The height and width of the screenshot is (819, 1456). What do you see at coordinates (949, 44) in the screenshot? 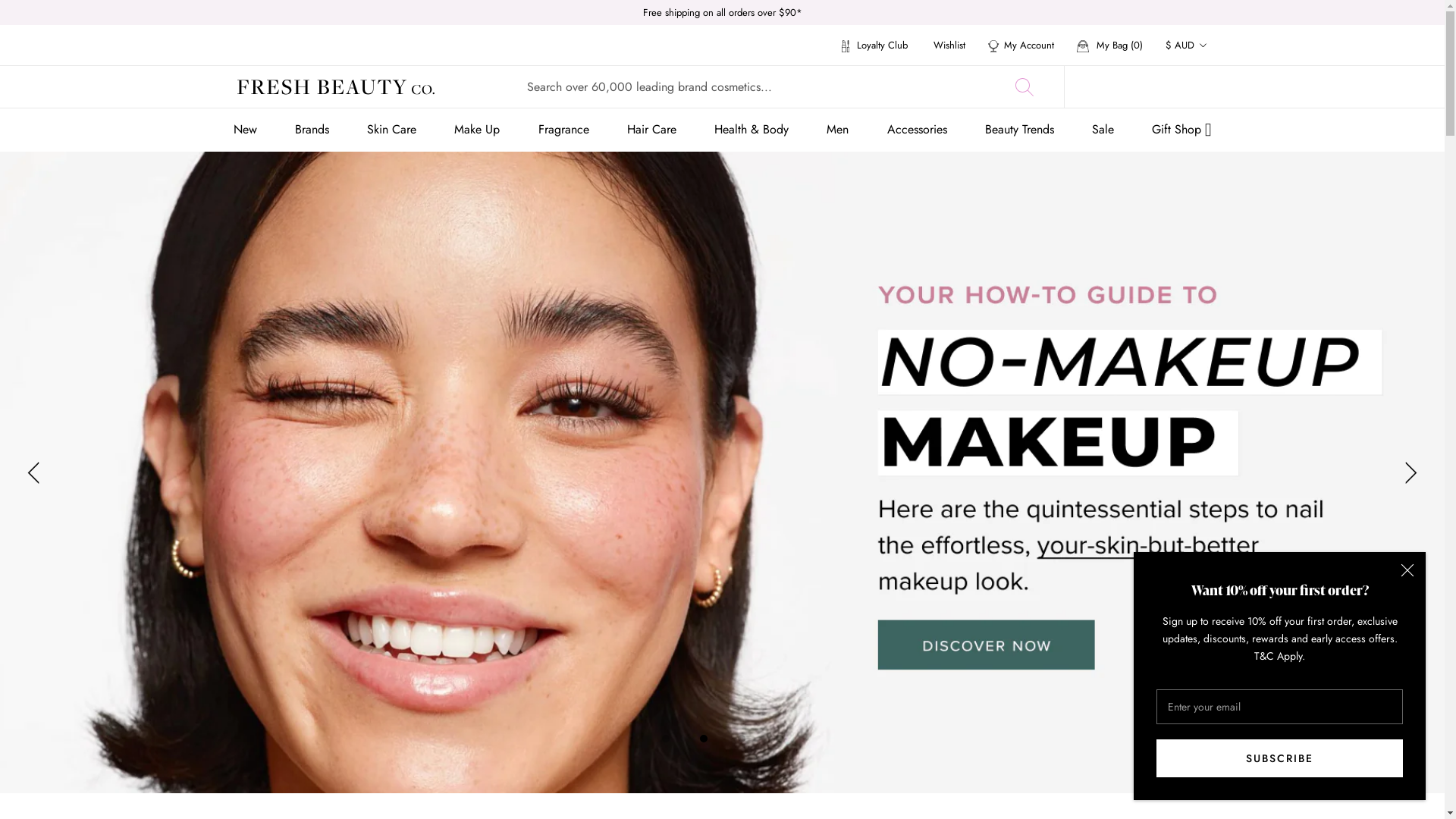
I see `'Wishlist'` at bounding box center [949, 44].